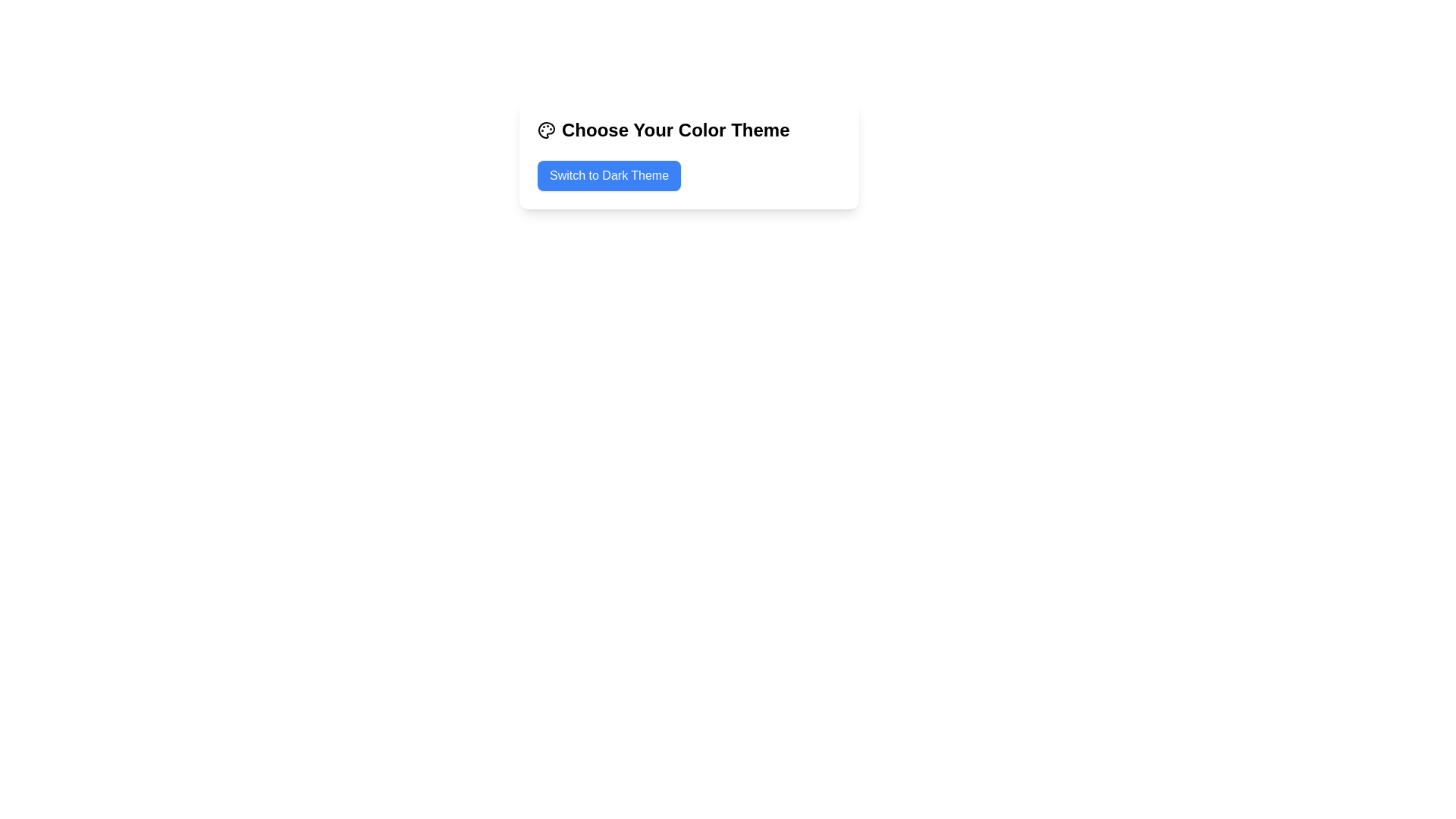  I want to click on the 'Switch to Dark Theme' button to change the theme, so click(609, 174).